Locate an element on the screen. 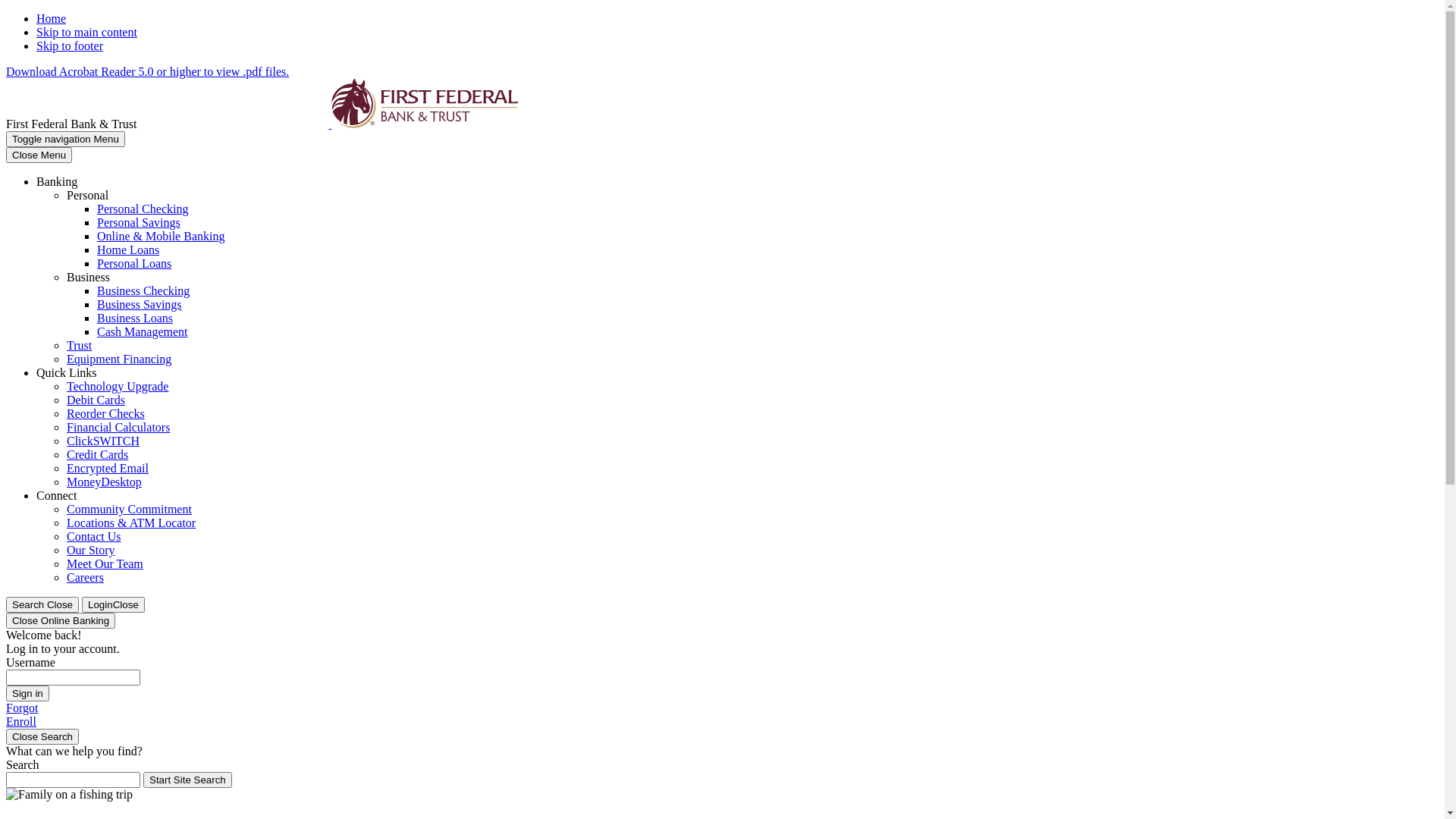 The width and height of the screenshot is (1456, 819). 'Personal Checking' is located at coordinates (142, 209).